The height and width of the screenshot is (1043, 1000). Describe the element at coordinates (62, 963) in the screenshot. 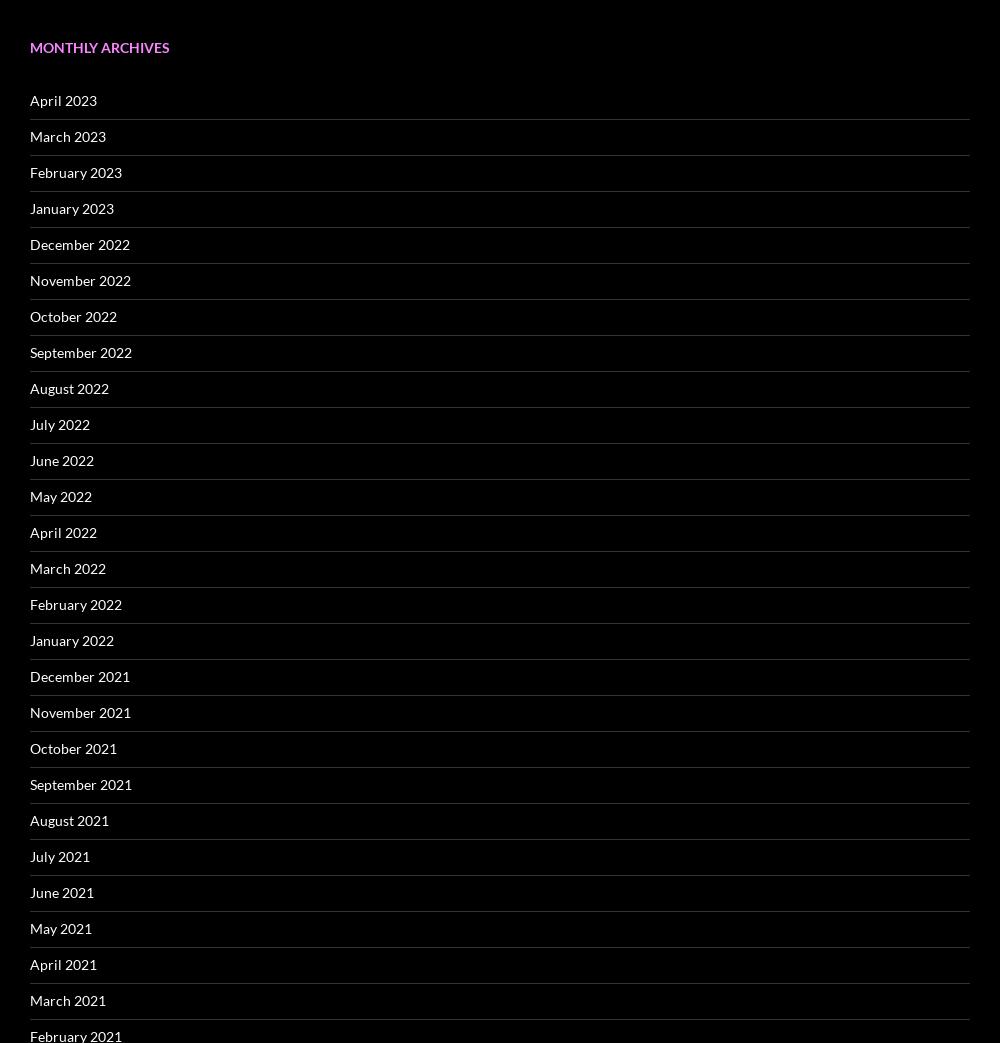

I see `'April 2021'` at that location.